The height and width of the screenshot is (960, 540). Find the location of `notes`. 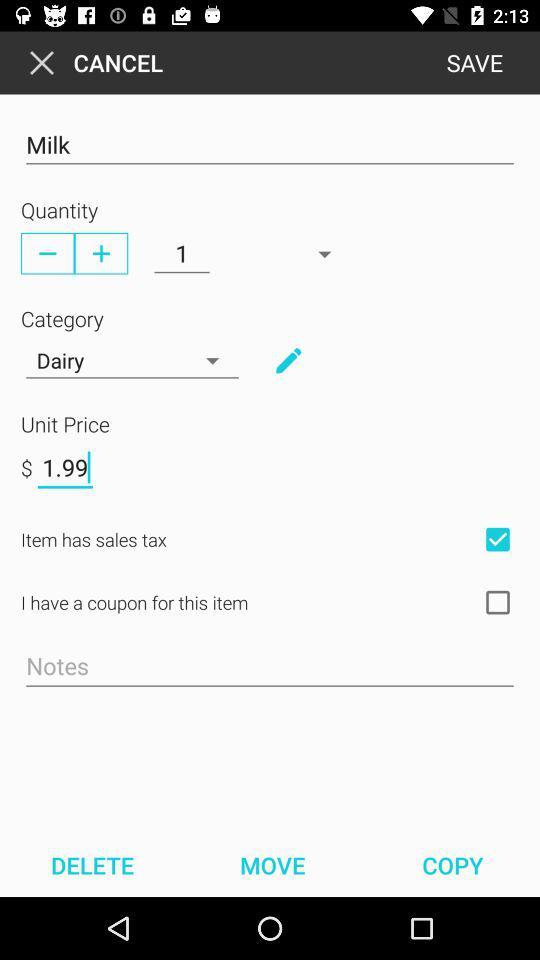

notes is located at coordinates (270, 667).